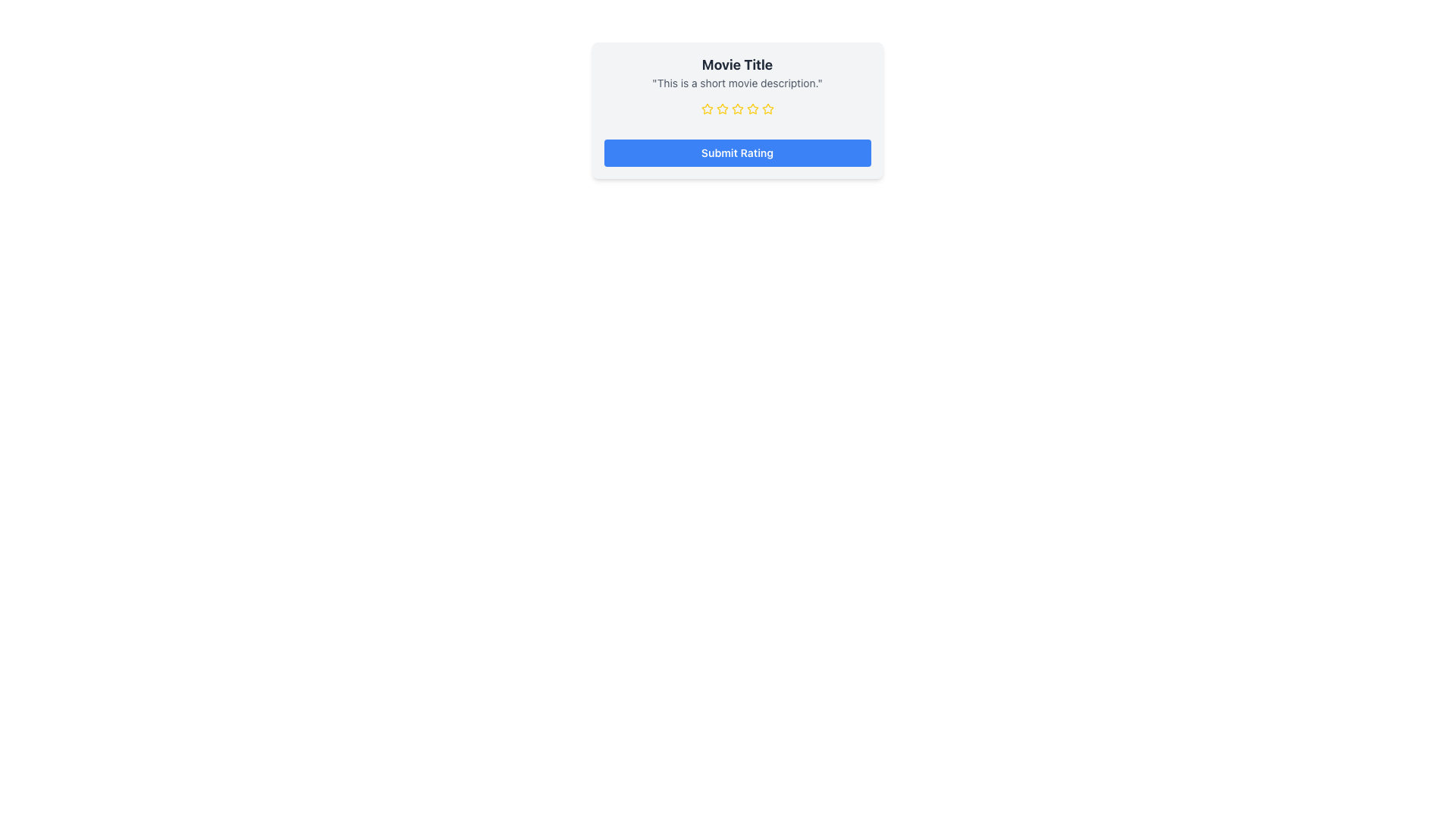 Image resolution: width=1456 pixels, height=819 pixels. Describe the element at coordinates (721, 108) in the screenshot. I see `the second star in the row of five rating stars` at that location.